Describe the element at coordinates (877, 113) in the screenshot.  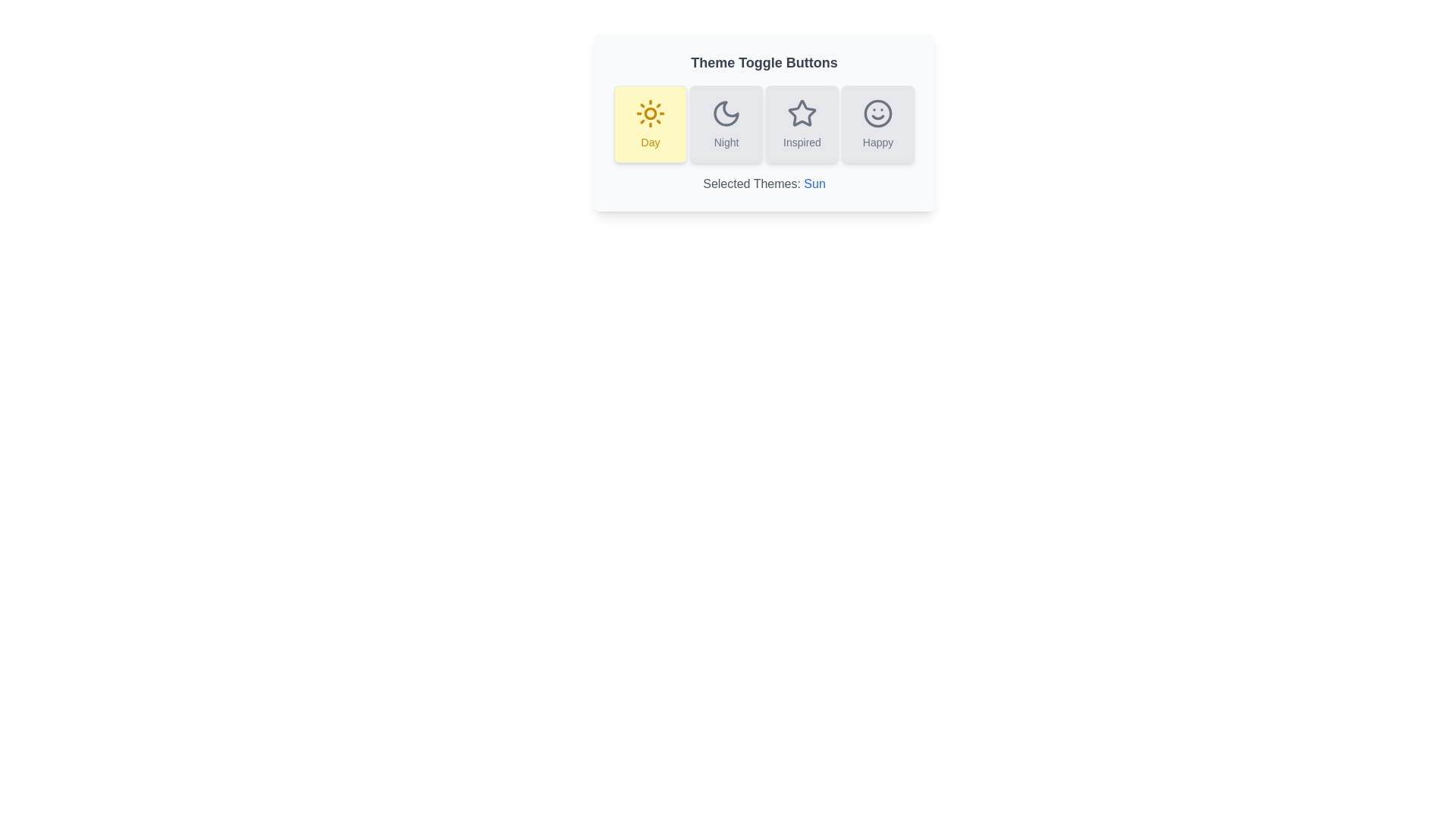
I see `the 'Happy' button, which features a circular smile icon with a gray outline and is the fourth button in the 'Theme Toggle Buttons' group` at that location.